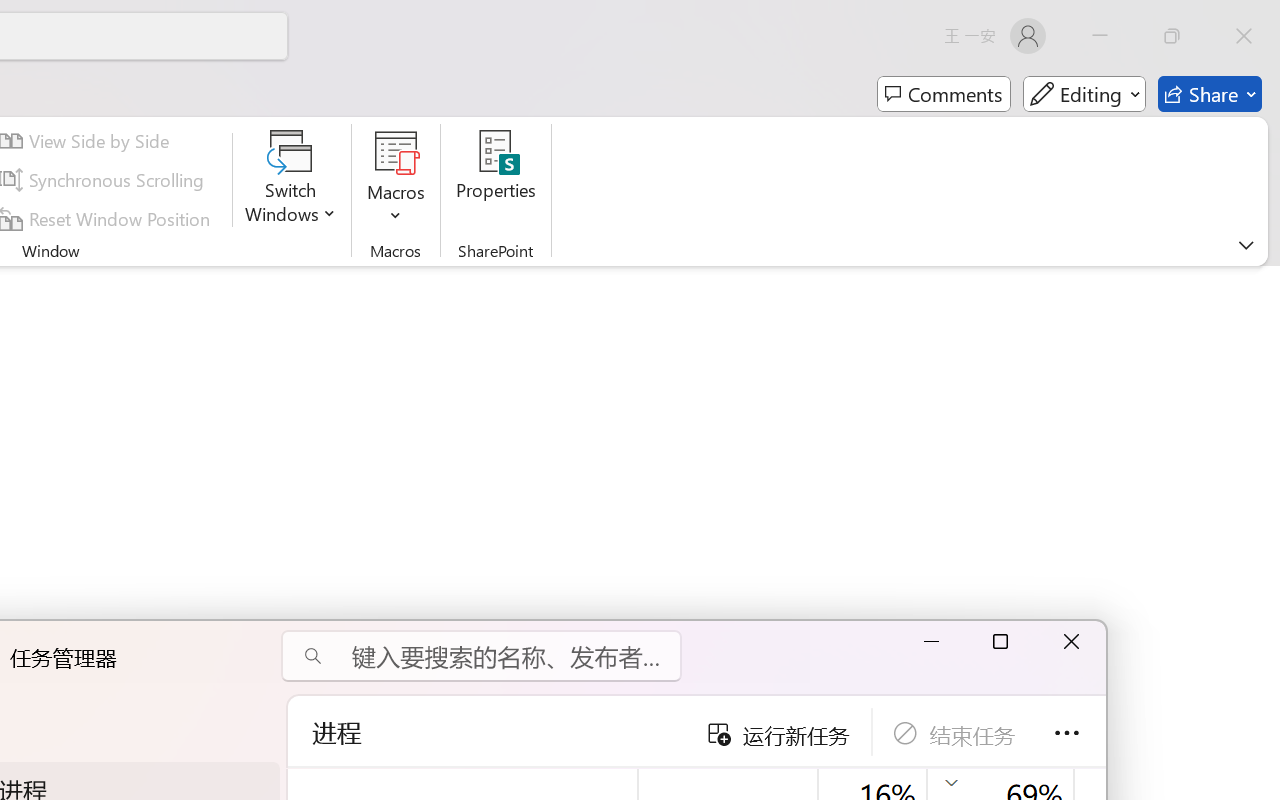  What do you see at coordinates (290, 179) in the screenshot?
I see `'Switch Windows'` at bounding box center [290, 179].